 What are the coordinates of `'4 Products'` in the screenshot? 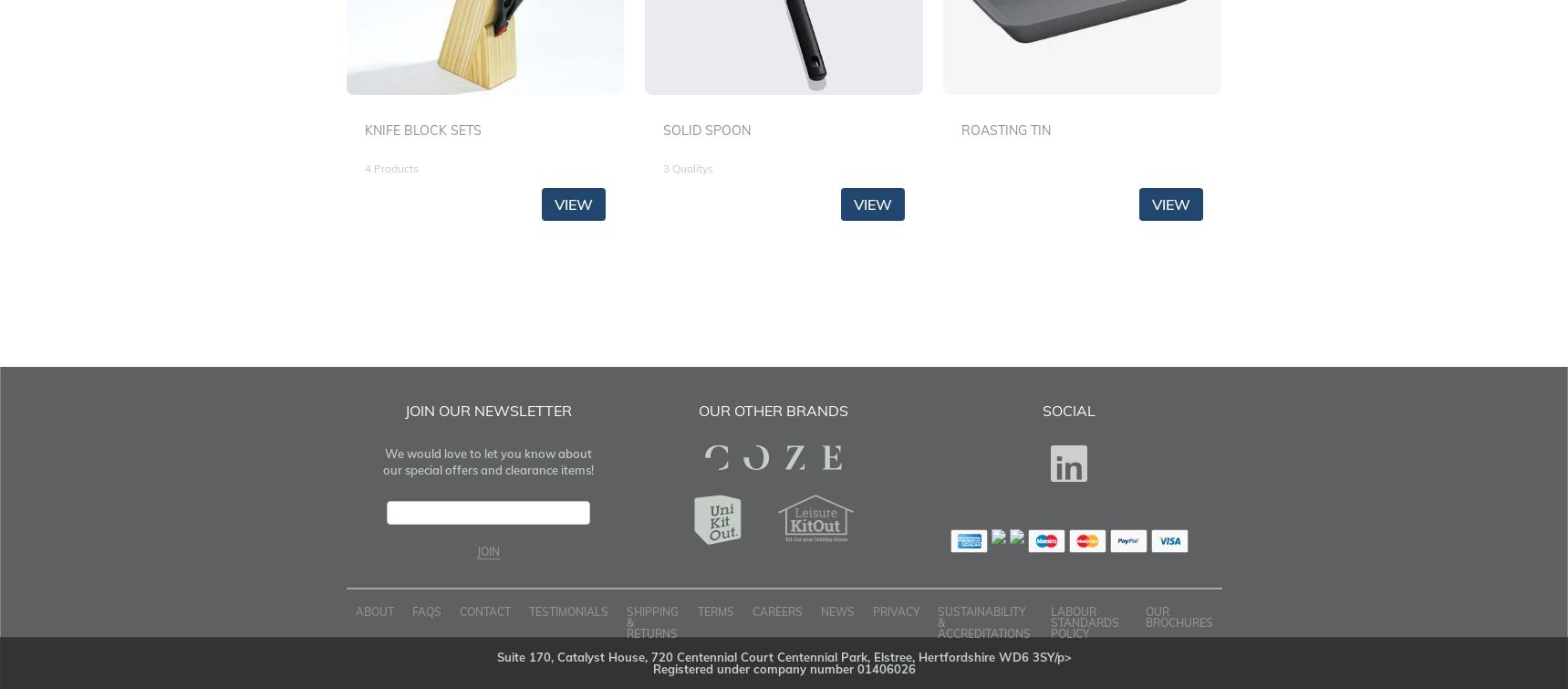 It's located at (390, 168).